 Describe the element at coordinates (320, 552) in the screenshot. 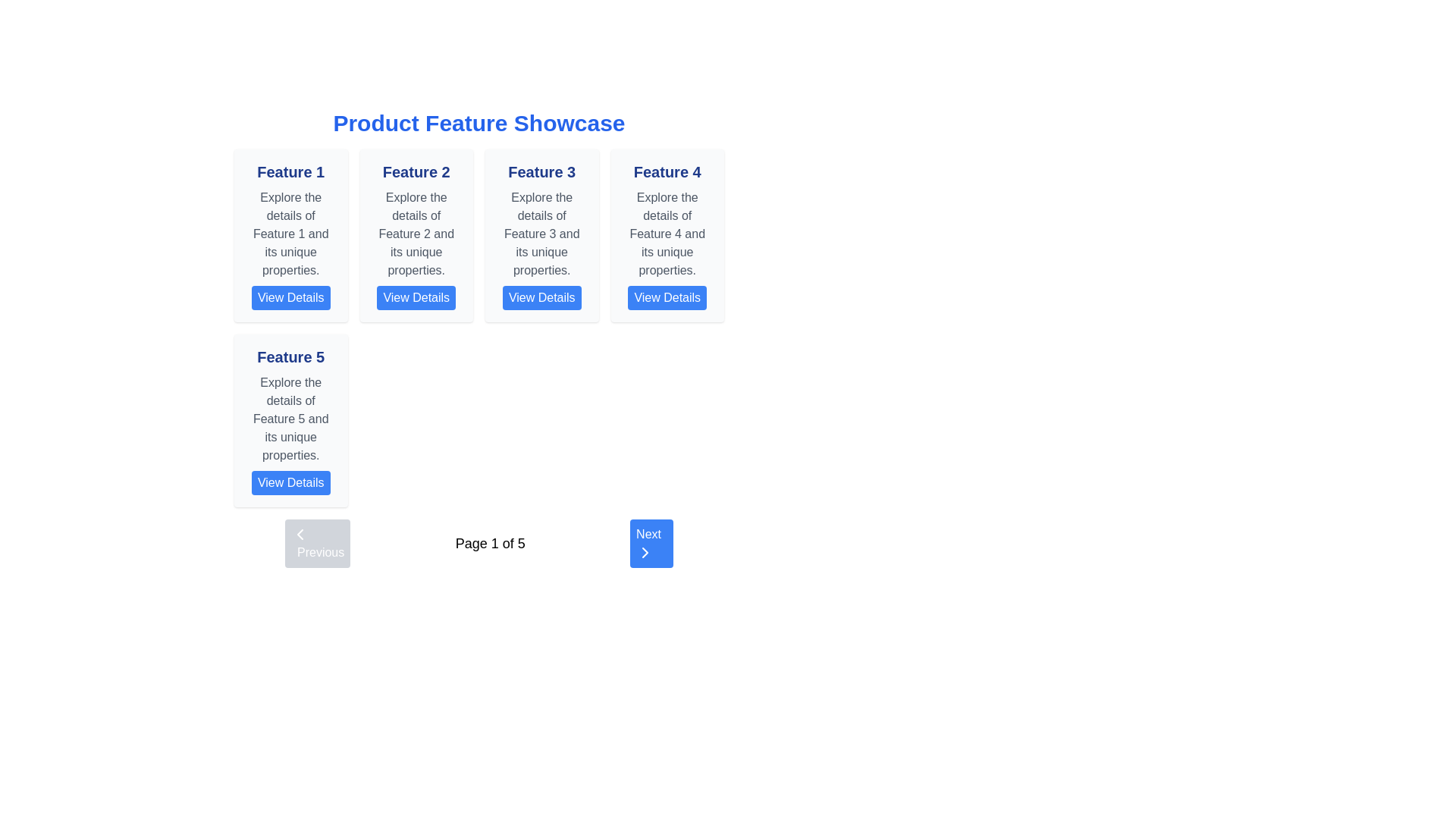

I see `the 'Previous' text label located in the pagination control at the bottom-left of the interface, which is styled in white on a blue background with rounded corners` at that location.